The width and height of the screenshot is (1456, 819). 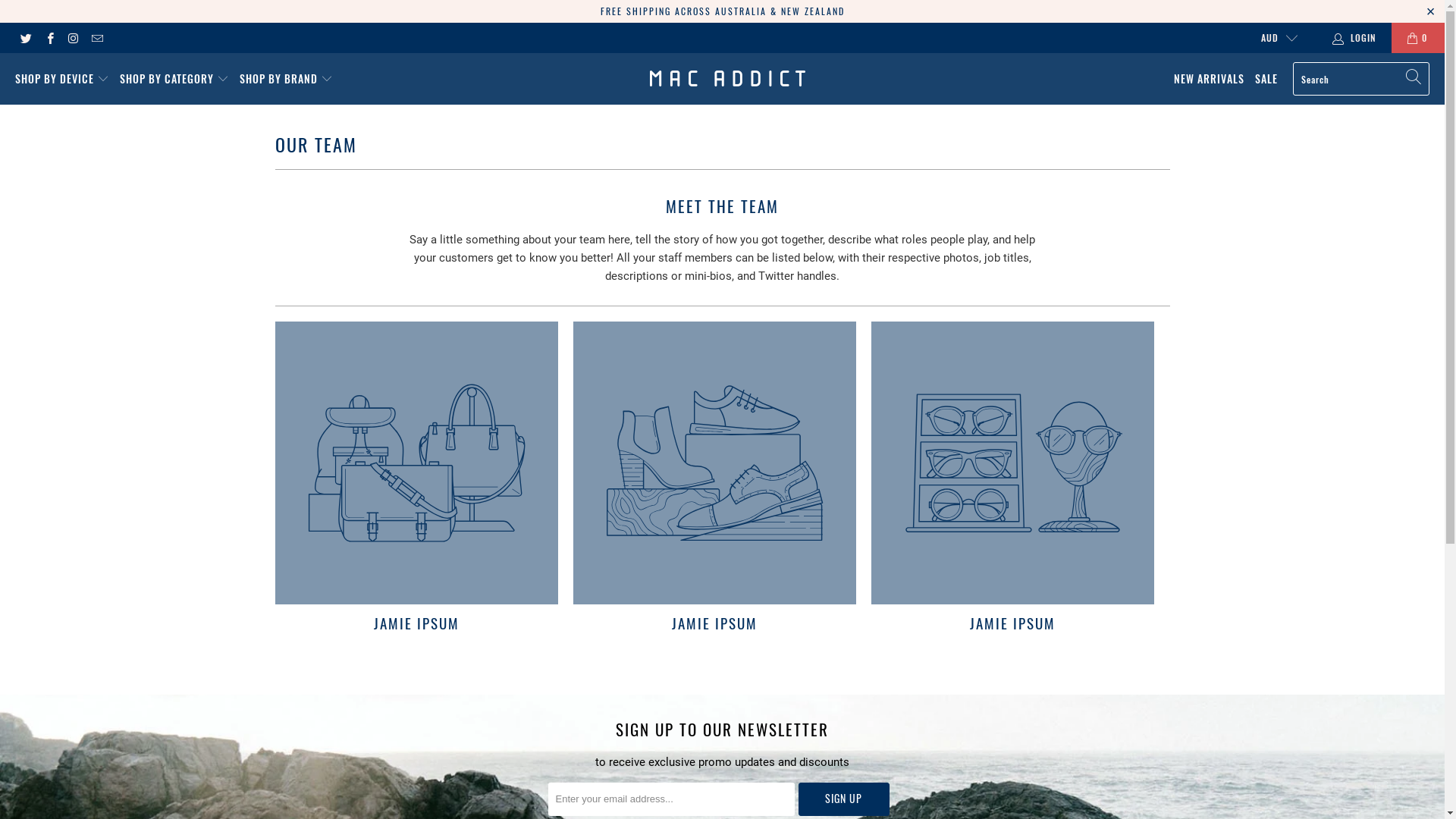 What do you see at coordinates (42, 37) in the screenshot?
I see `'Mac Addict on Facebook'` at bounding box center [42, 37].